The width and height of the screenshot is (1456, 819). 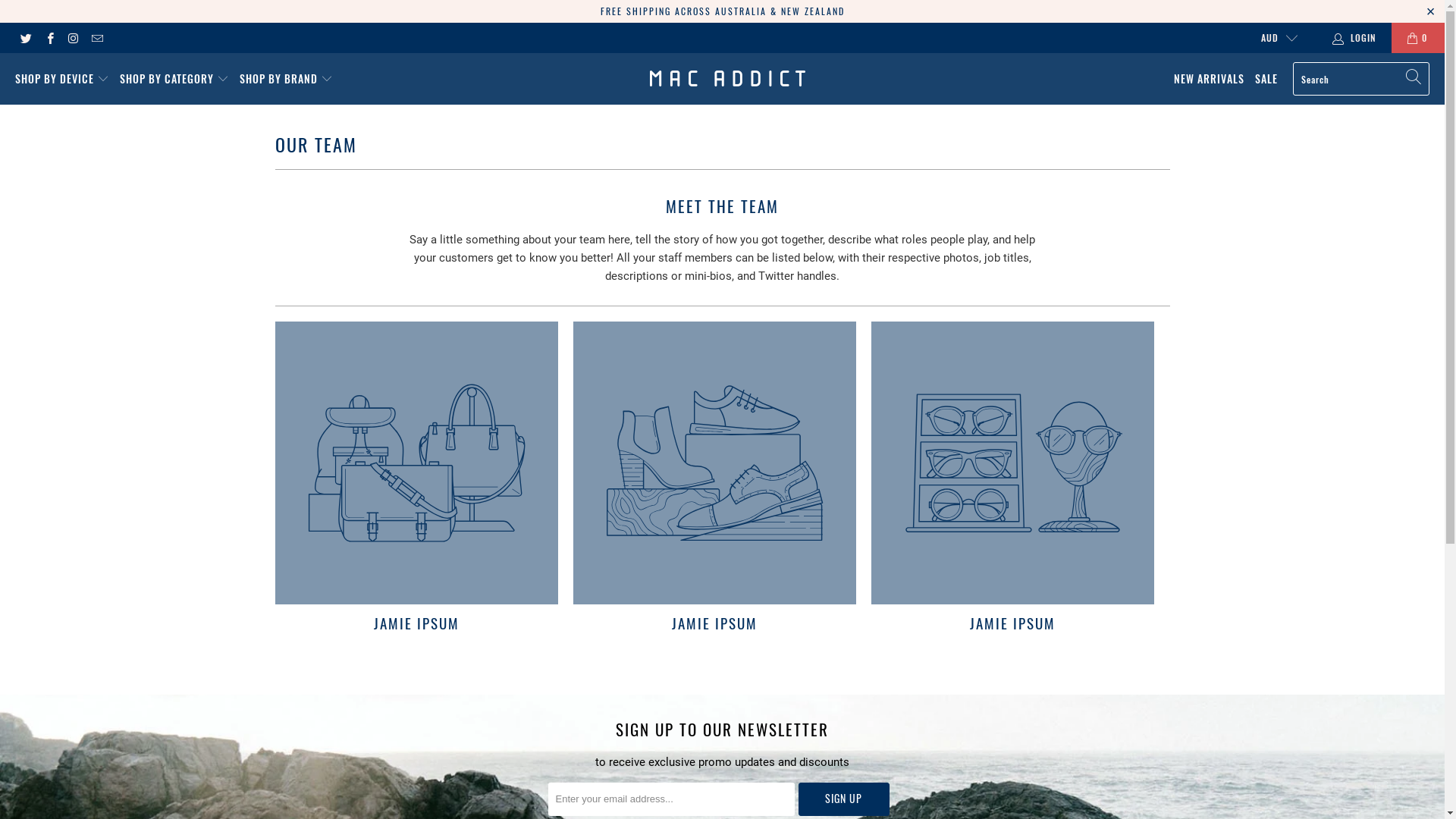 What do you see at coordinates (42, 37) in the screenshot?
I see `'Mac Addict on Facebook'` at bounding box center [42, 37].